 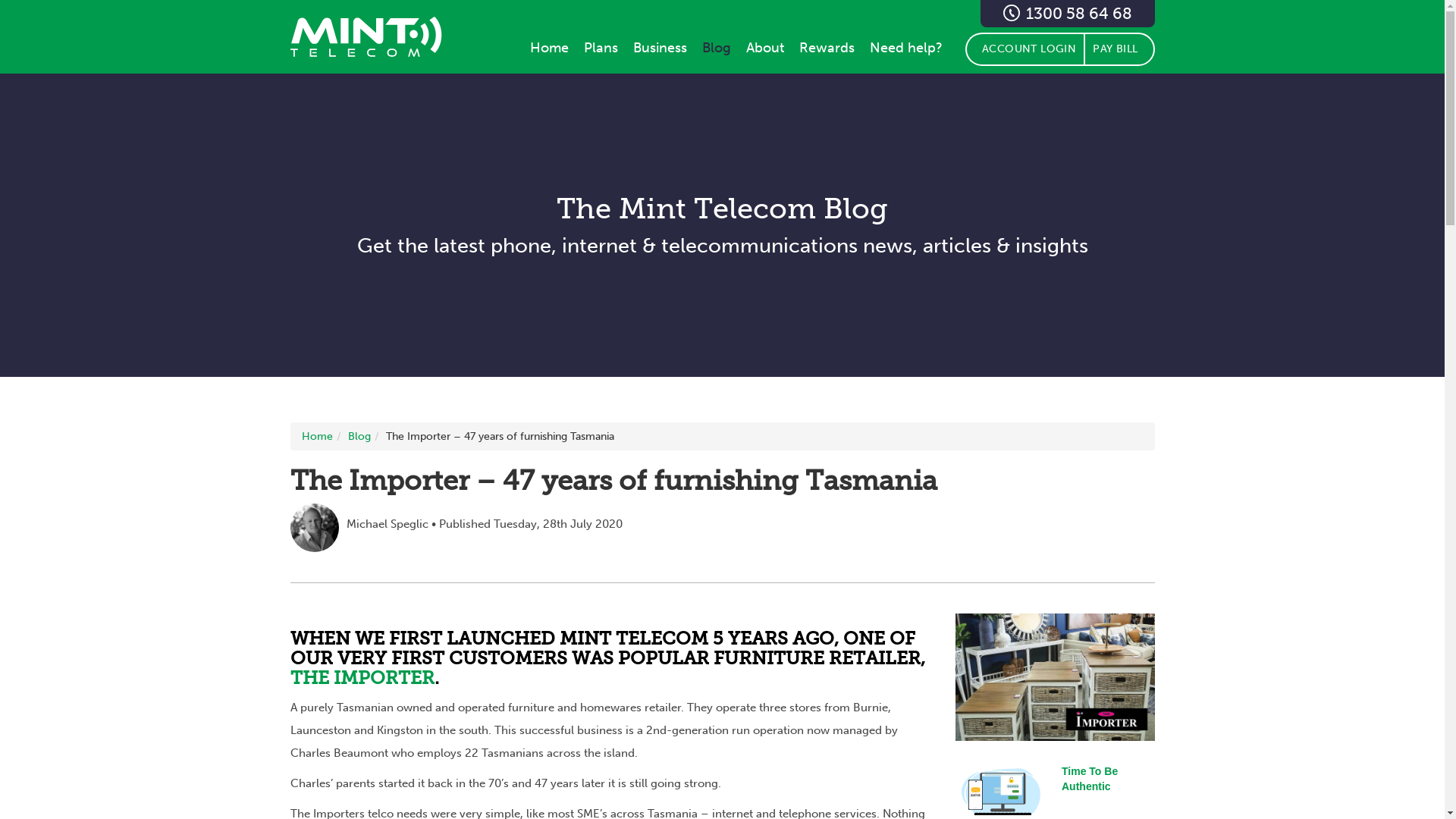 I want to click on 'Business', so click(x=660, y=46).